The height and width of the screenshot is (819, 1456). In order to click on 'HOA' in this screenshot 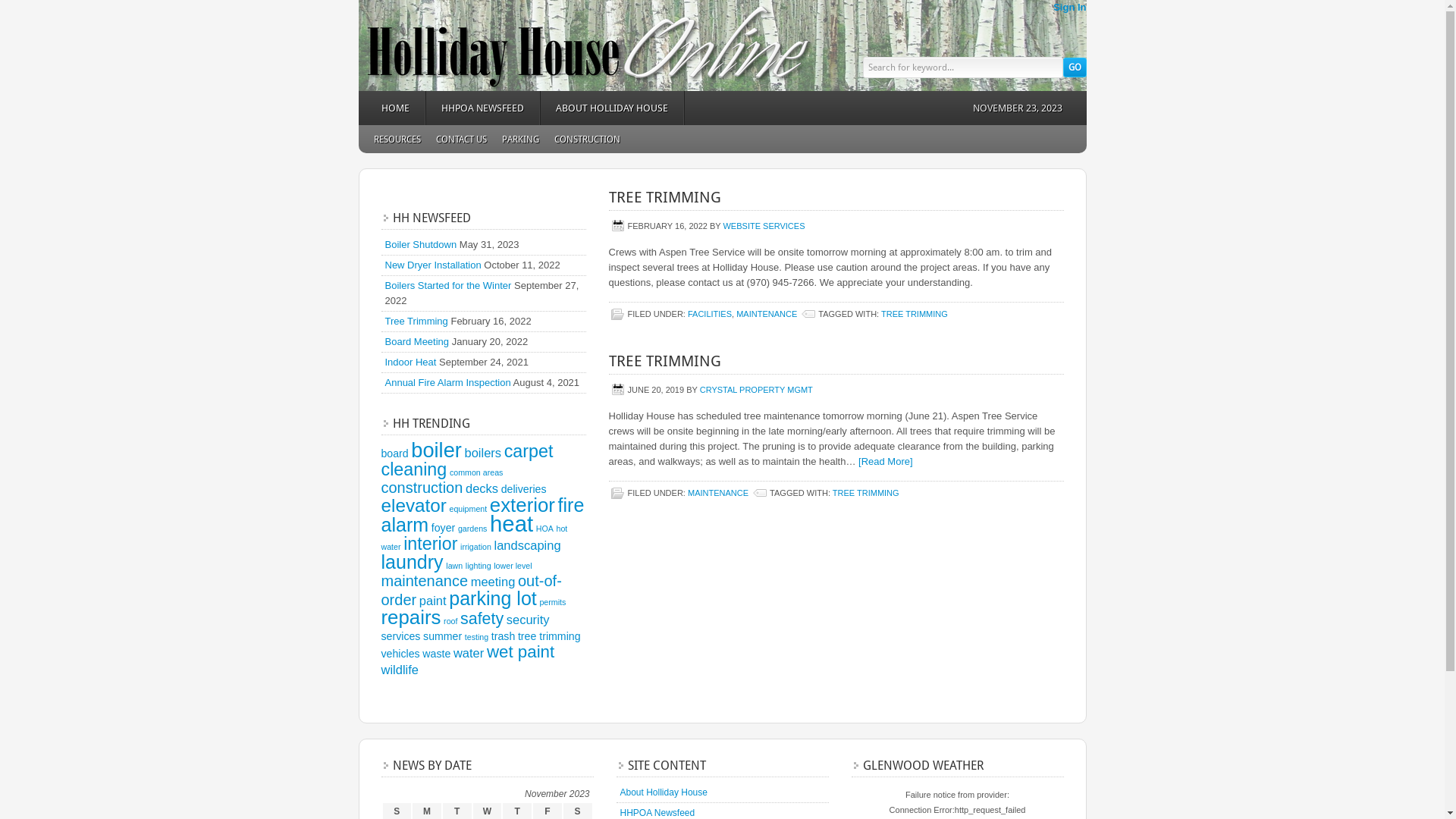, I will do `click(544, 528)`.